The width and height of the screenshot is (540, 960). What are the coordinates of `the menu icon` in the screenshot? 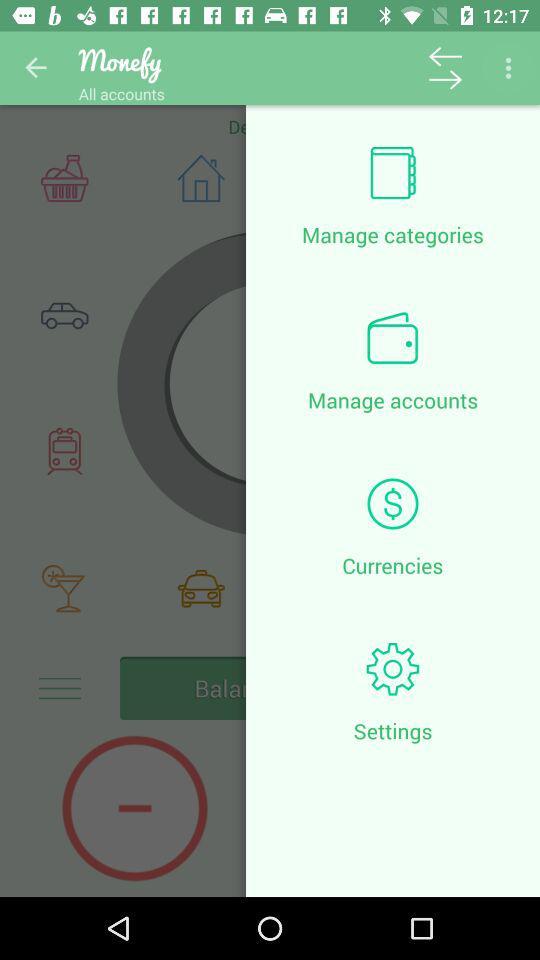 It's located at (59, 688).